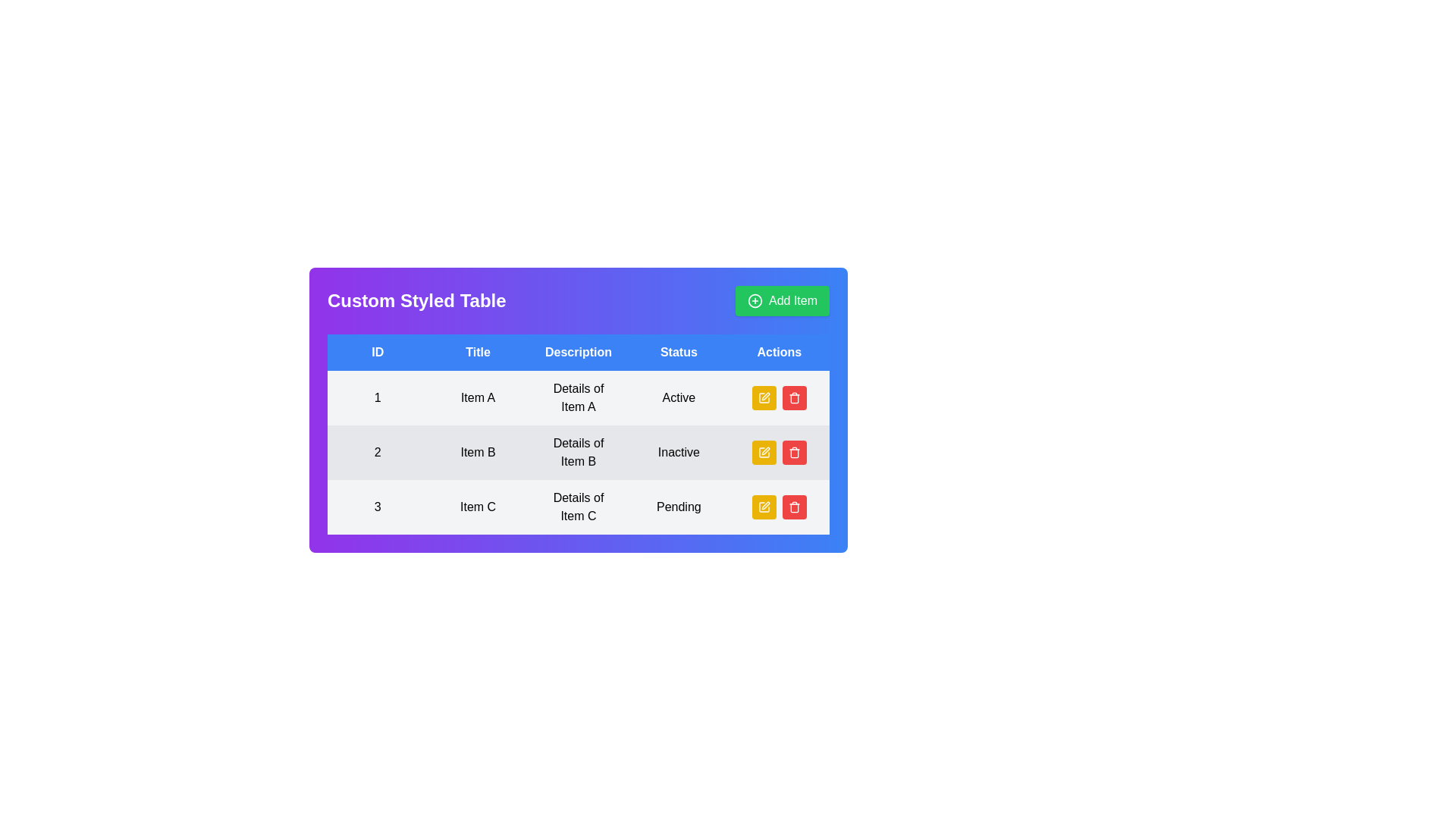 Image resolution: width=1456 pixels, height=819 pixels. What do you see at coordinates (477, 397) in the screenshot?
I see `the text cell displaying 'Item A' in the first row of the table under the 'Title' column, which has a light gray background and is styled with padding` at bounding box center [477, 397].